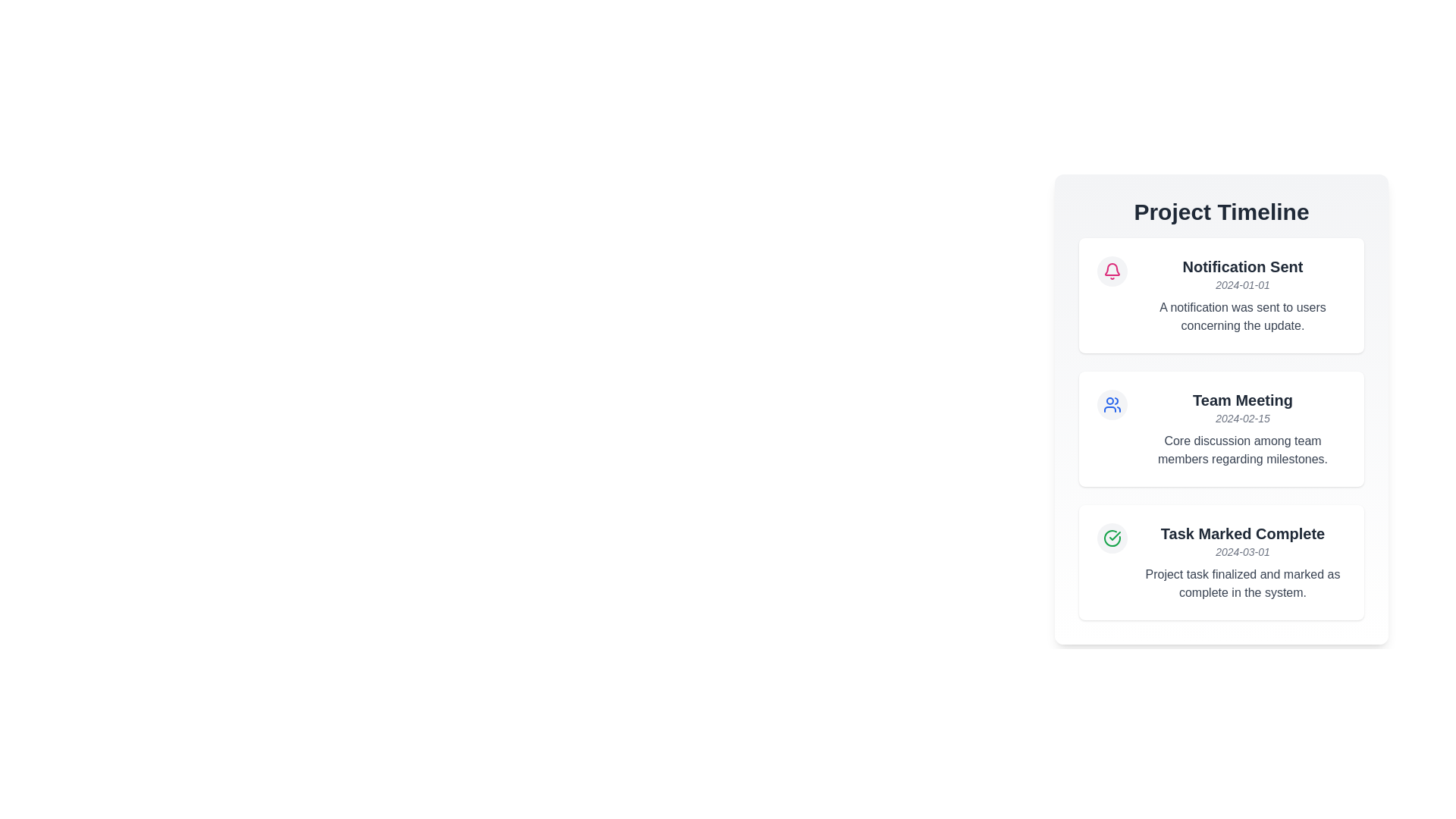 The height and width of the screenshot is (819, 1456). What do you see at coordinates (1242, 418) in the screenshot?
I see `the text element indicating the date of the team meeting, which is located beneath the 'Team Meeting' title` at bounding box center [1242, 418].